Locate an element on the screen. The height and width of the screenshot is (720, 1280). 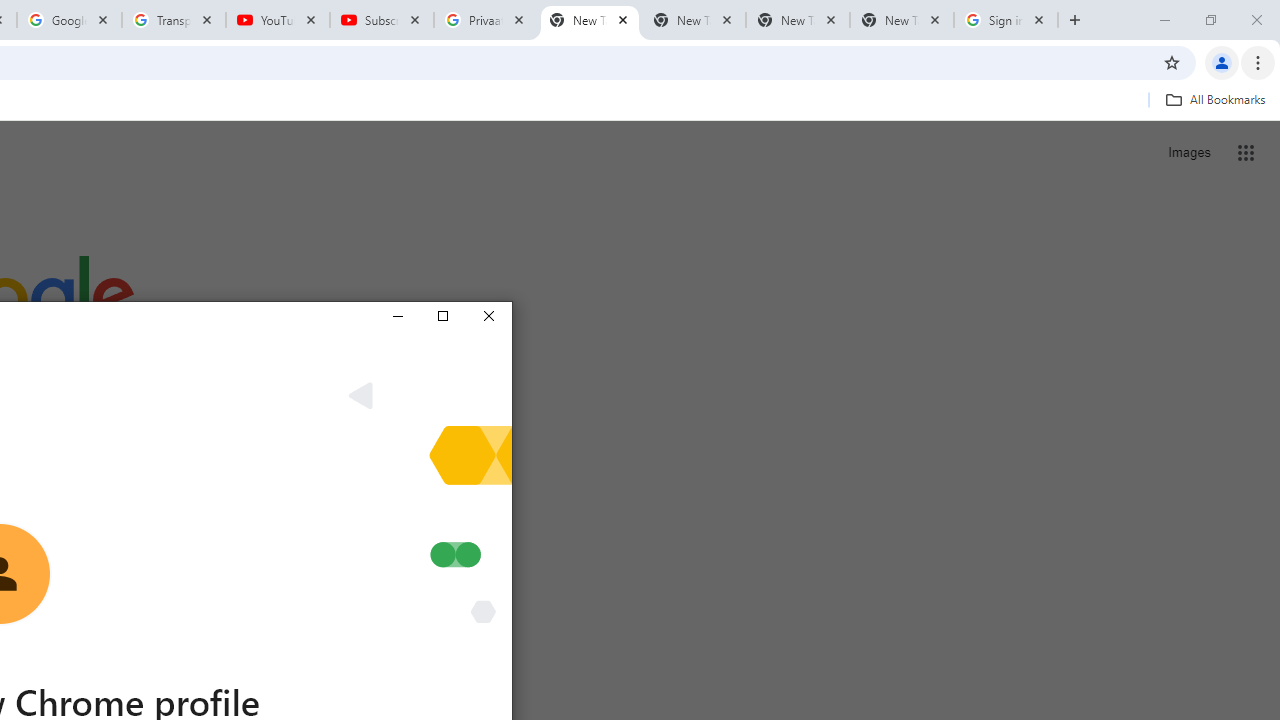
'Subscriptions - YouTube' is located at coordinates (382, 20).